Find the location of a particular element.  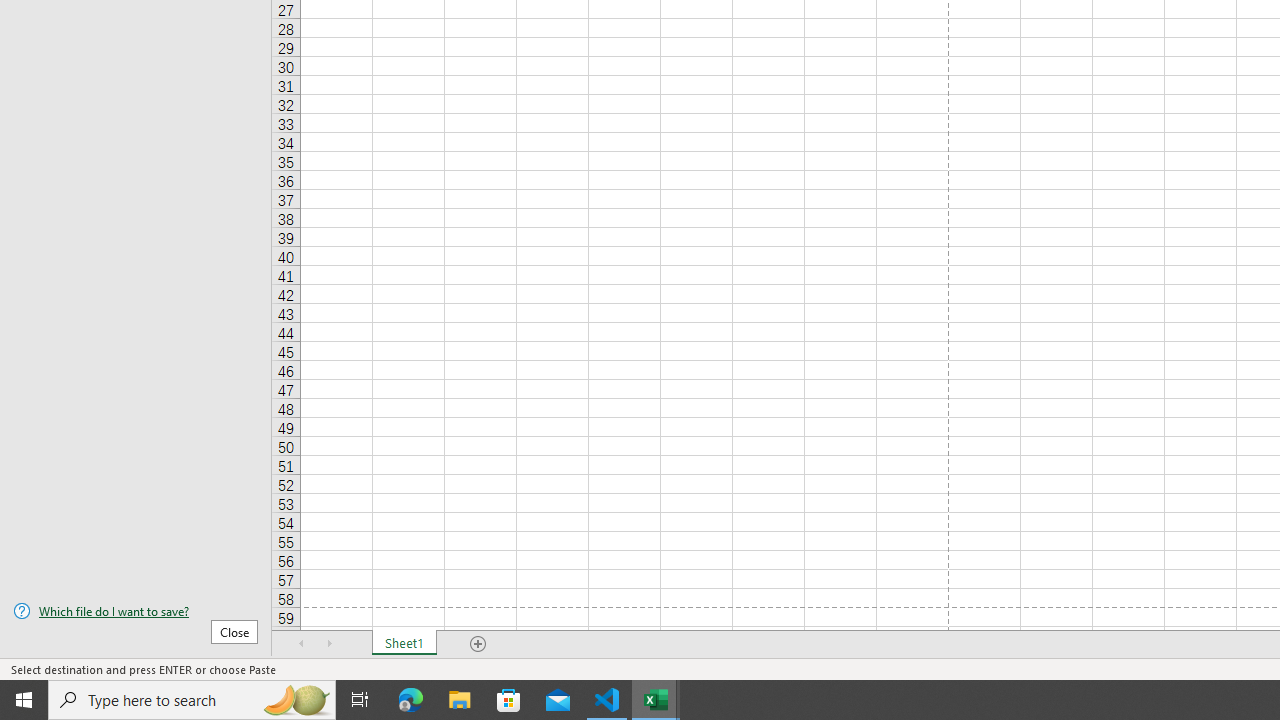

'Type here to search' is located at coordinates (192, 698).